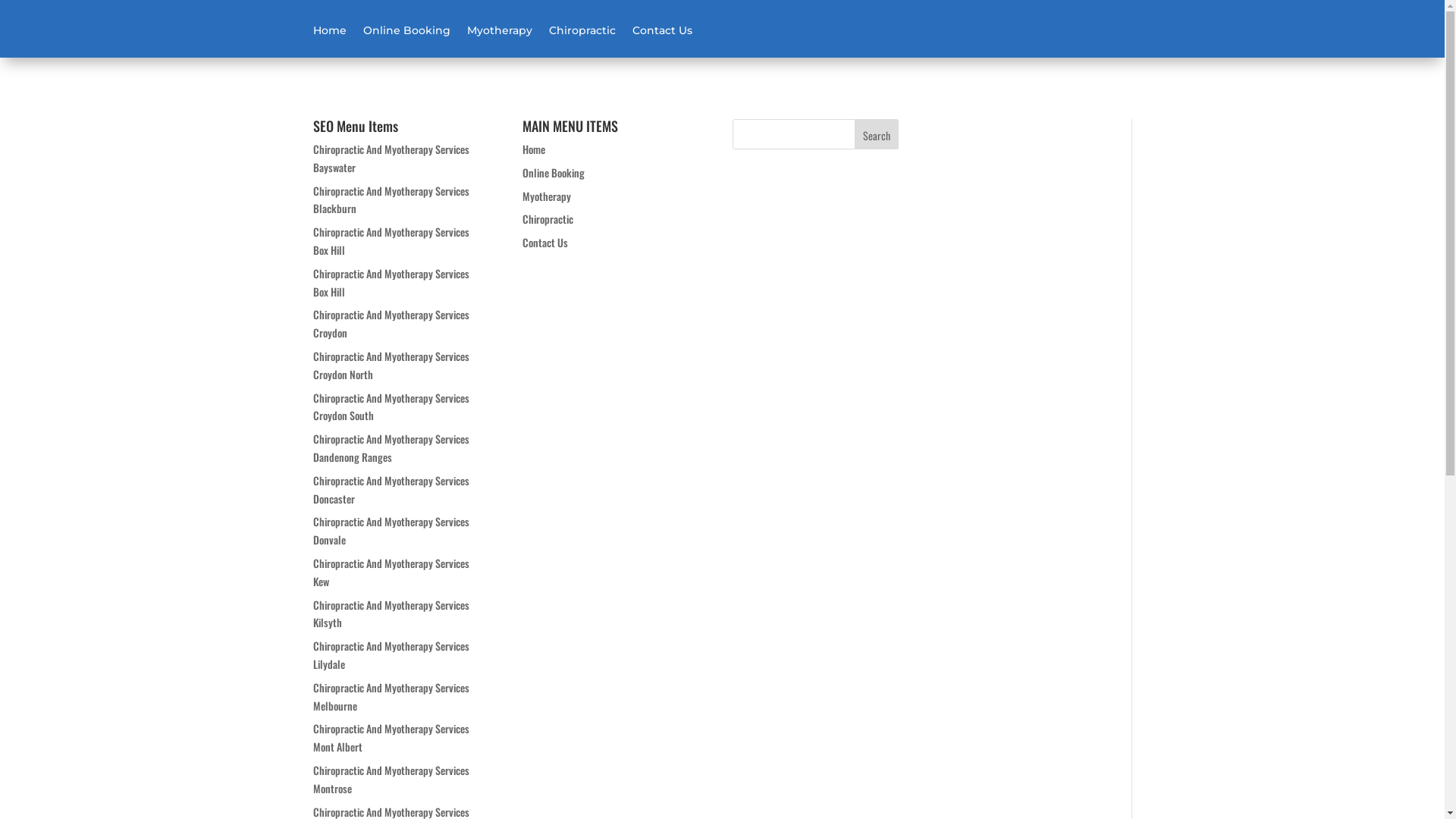 The height and width of the screenshot is (819, 1456). Describe the element at coordinates (534, 149) in the screenshot. I see `'Home'` at that location.